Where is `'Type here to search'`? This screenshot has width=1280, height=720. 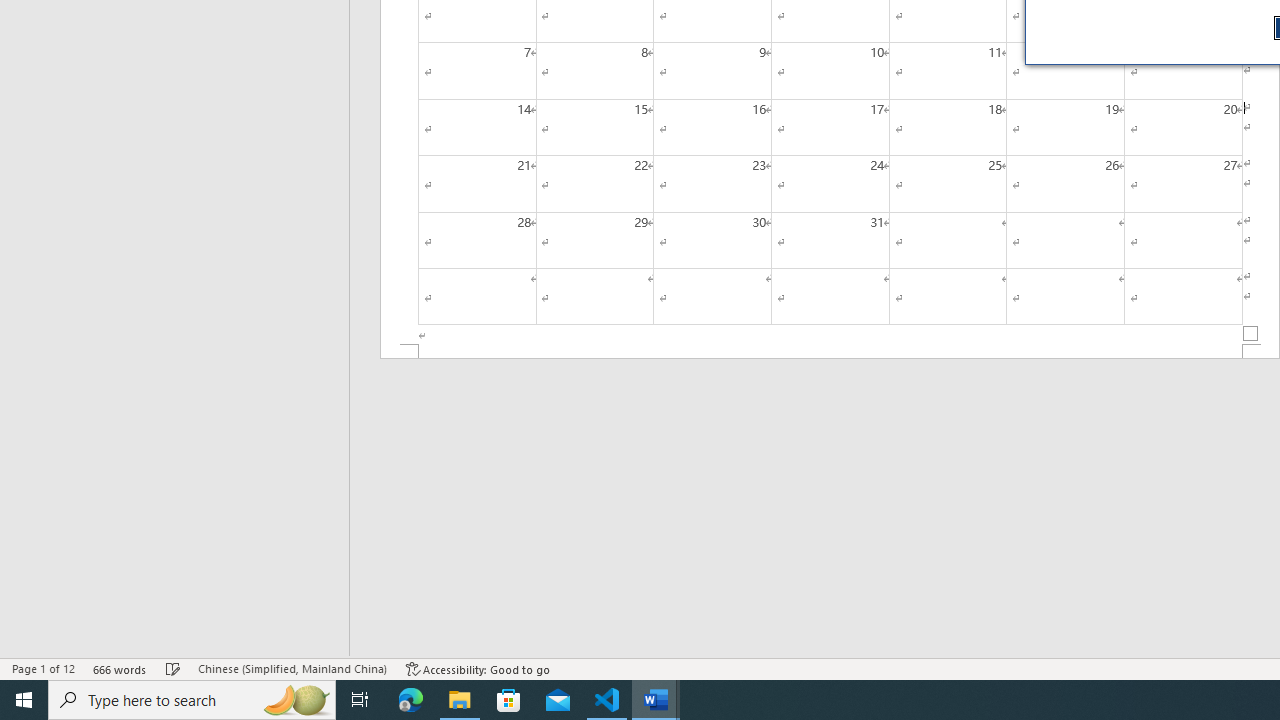
'Type here to search' is located at coordinates (192, 698).